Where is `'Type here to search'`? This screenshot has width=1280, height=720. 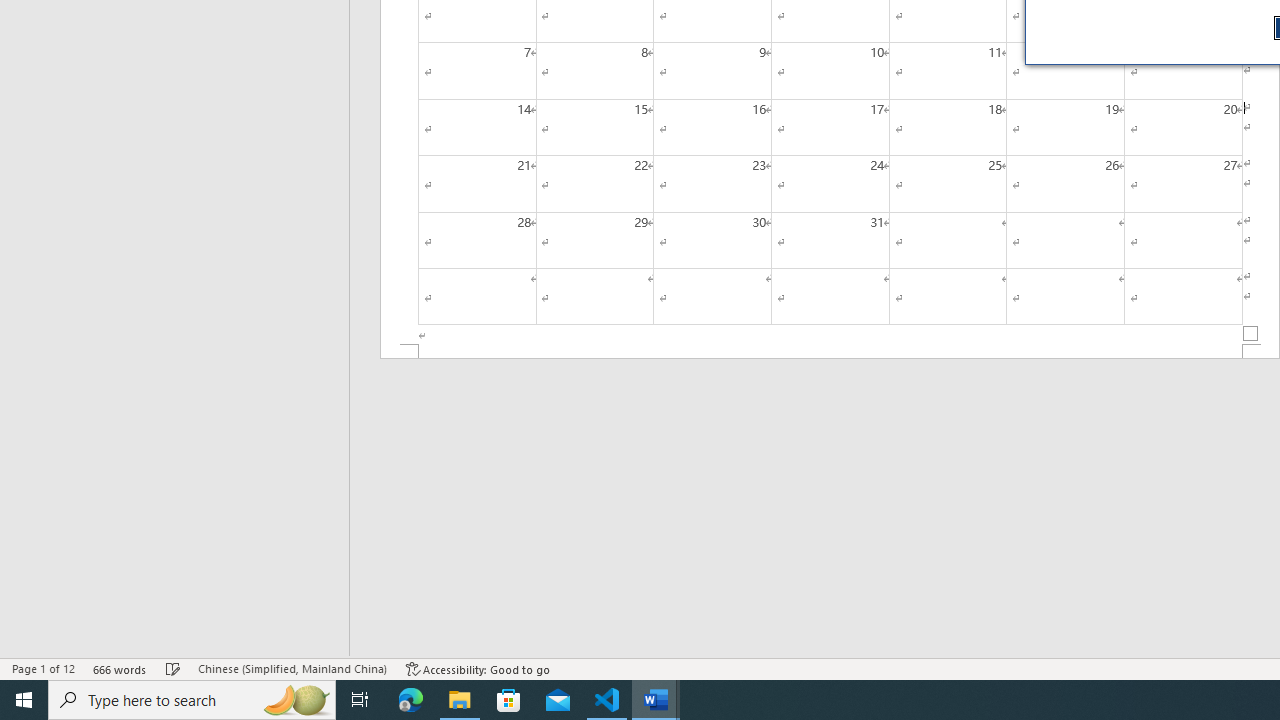
'Type here to search' is located at coordinates (192, 698).